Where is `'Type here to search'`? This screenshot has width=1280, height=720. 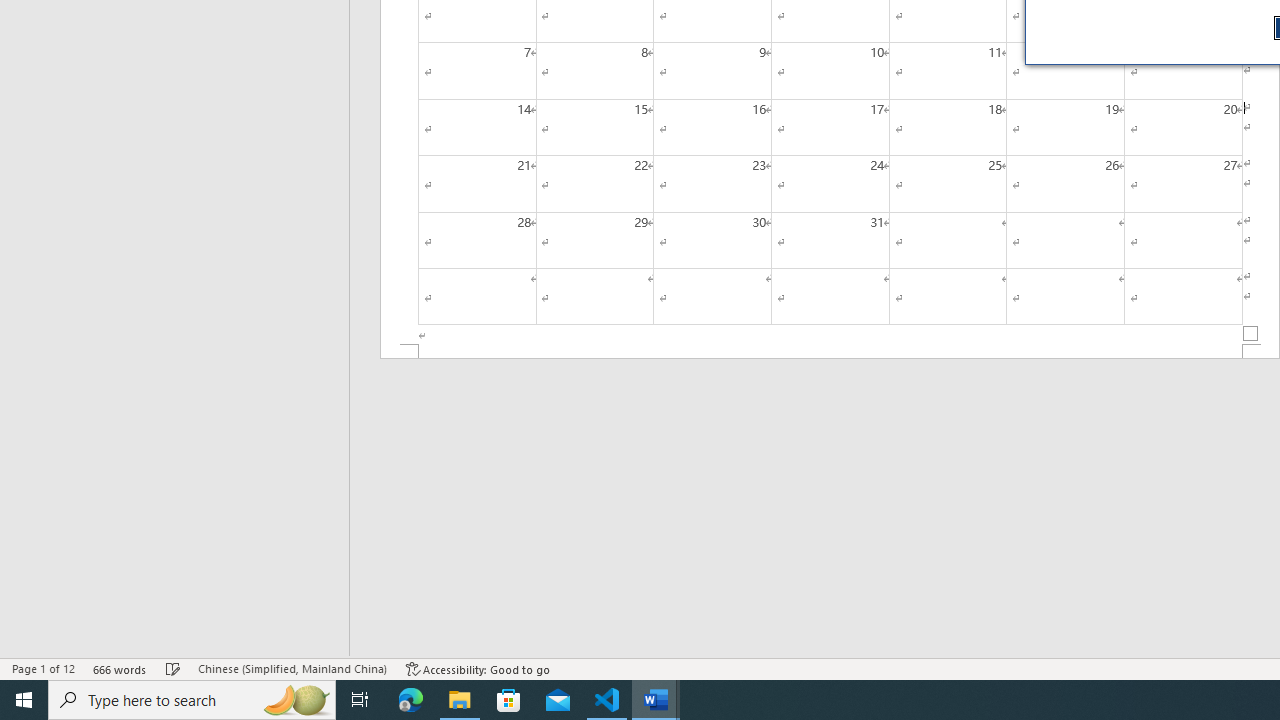
'Type here to search' is located at coordinates (192, 698).